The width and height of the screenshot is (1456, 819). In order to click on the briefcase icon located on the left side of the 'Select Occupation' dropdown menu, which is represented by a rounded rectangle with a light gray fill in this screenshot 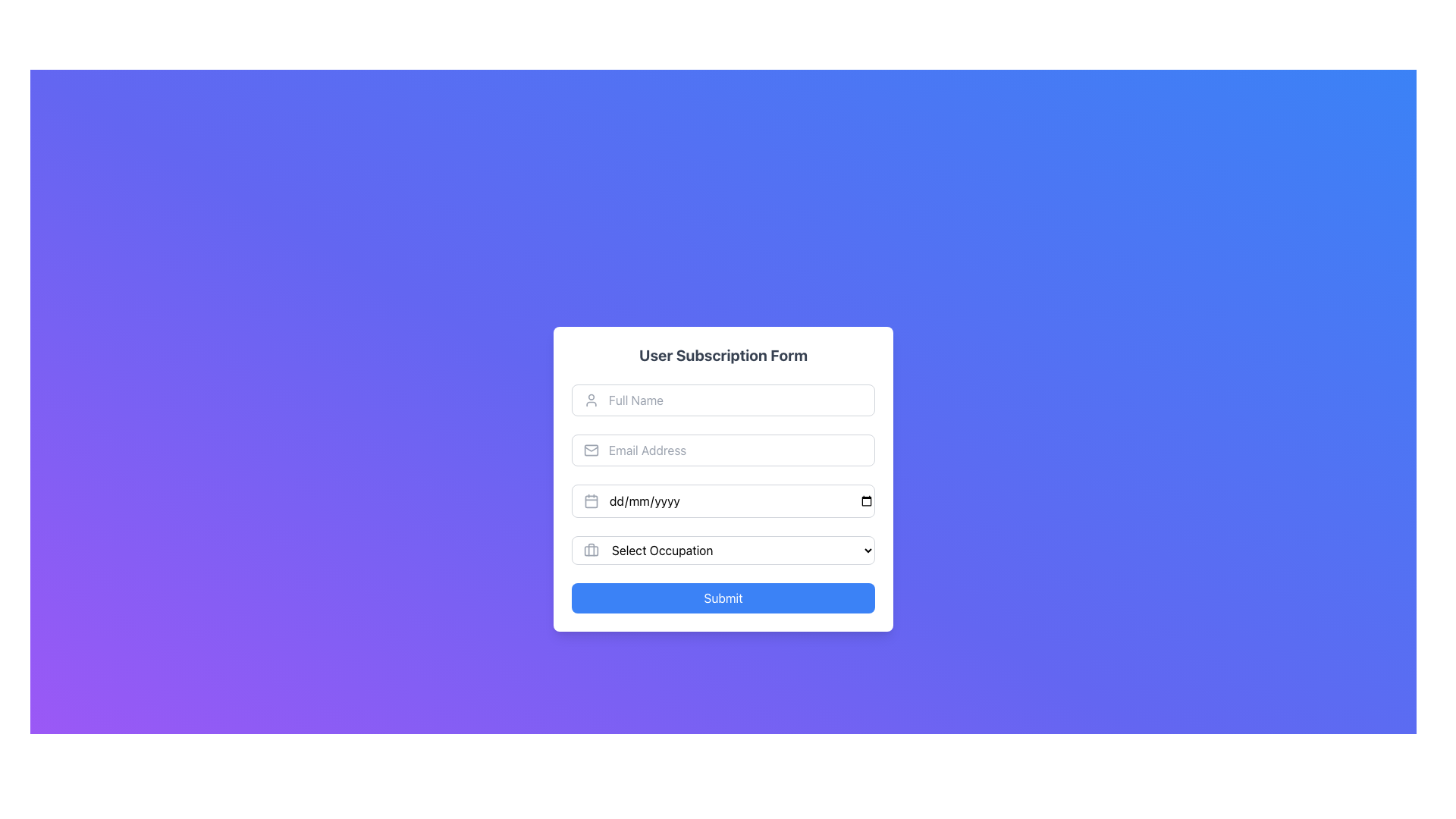, I will do `click(590, 550)`.